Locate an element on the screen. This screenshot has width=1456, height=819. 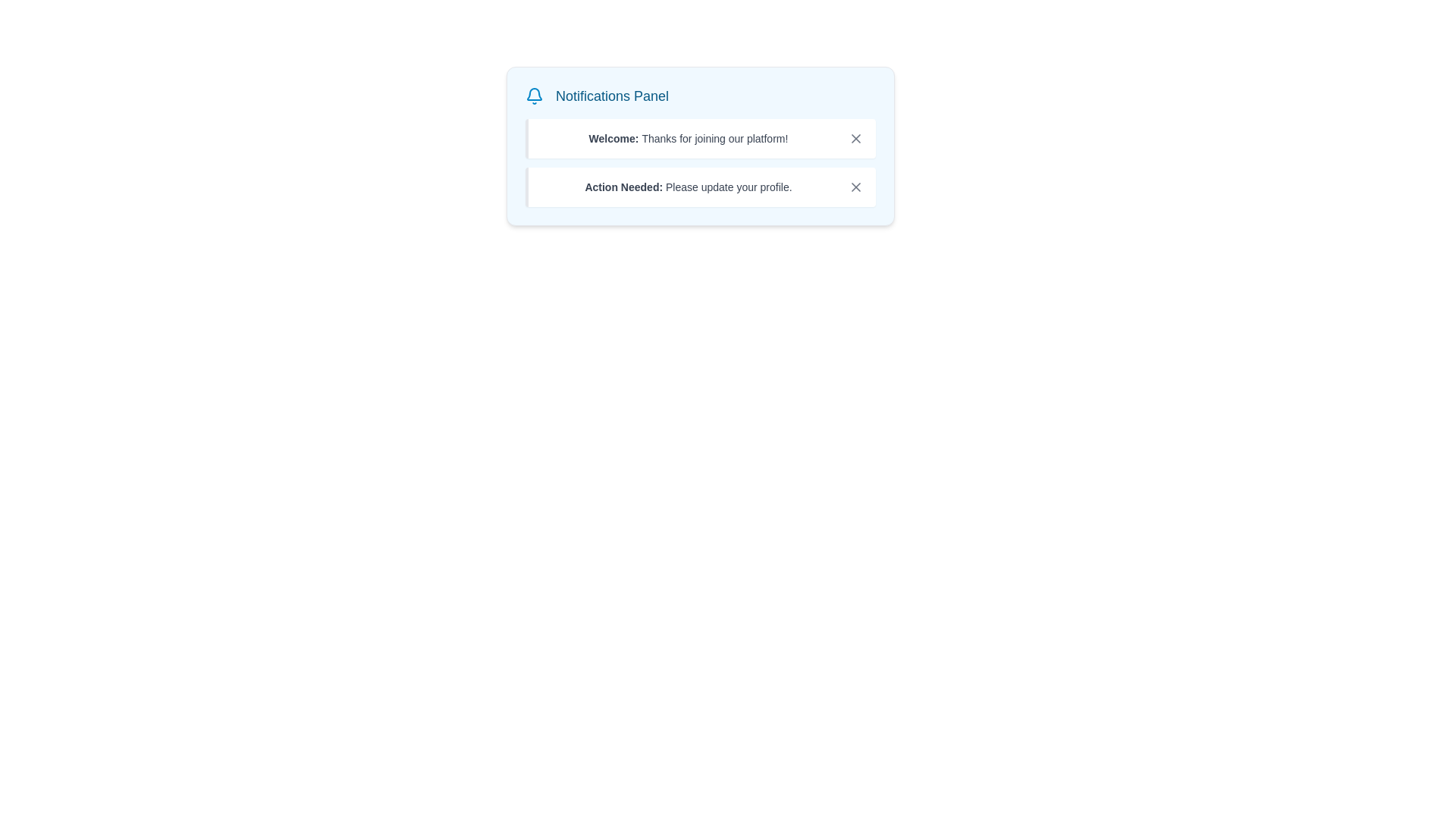
the close icon located on the right side of the 'Welcome: Thanks for joining our platform!' notification is located at coordinates (855, 138).